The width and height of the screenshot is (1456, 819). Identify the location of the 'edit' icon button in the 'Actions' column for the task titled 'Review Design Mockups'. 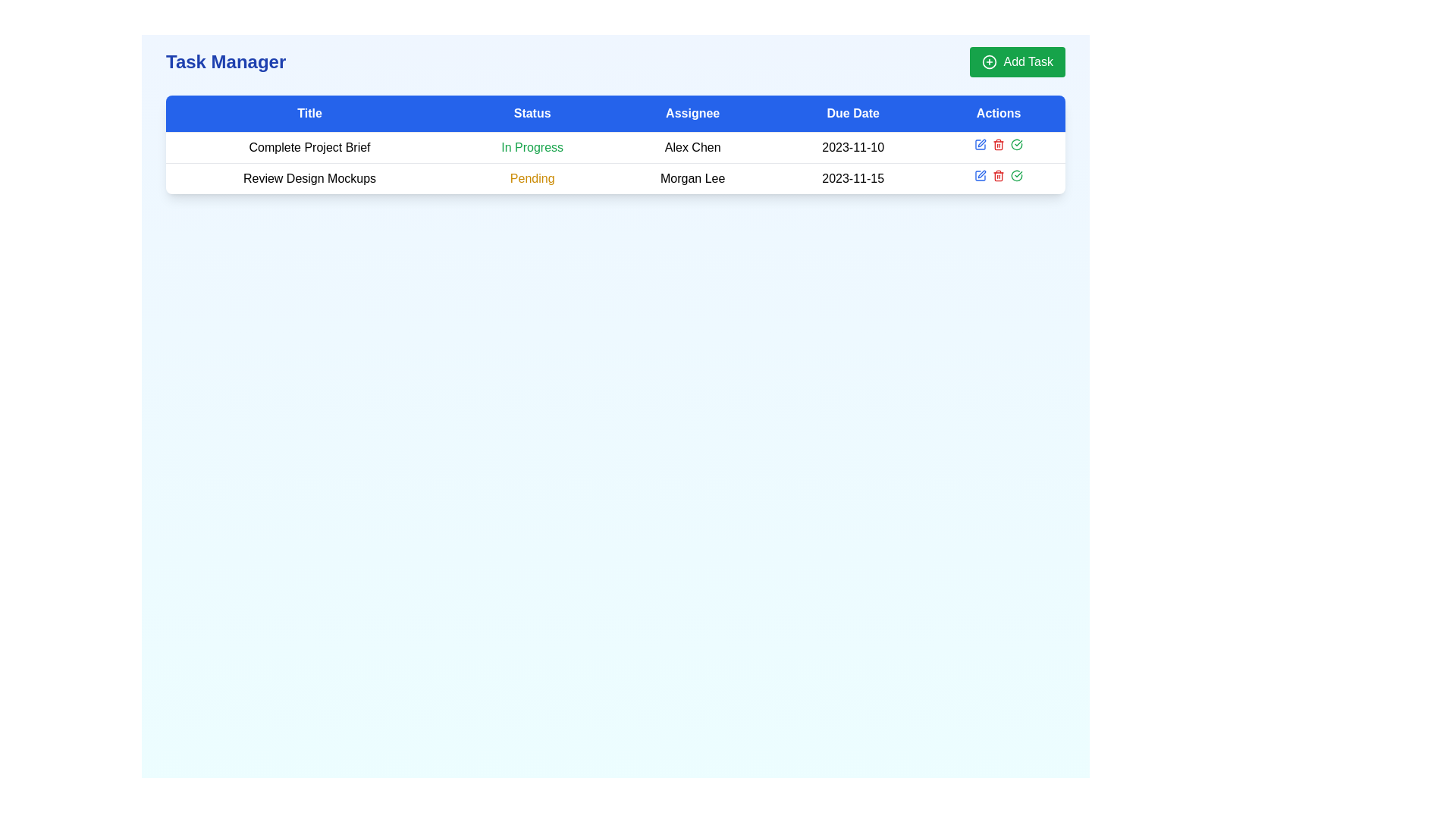
(982, 174).